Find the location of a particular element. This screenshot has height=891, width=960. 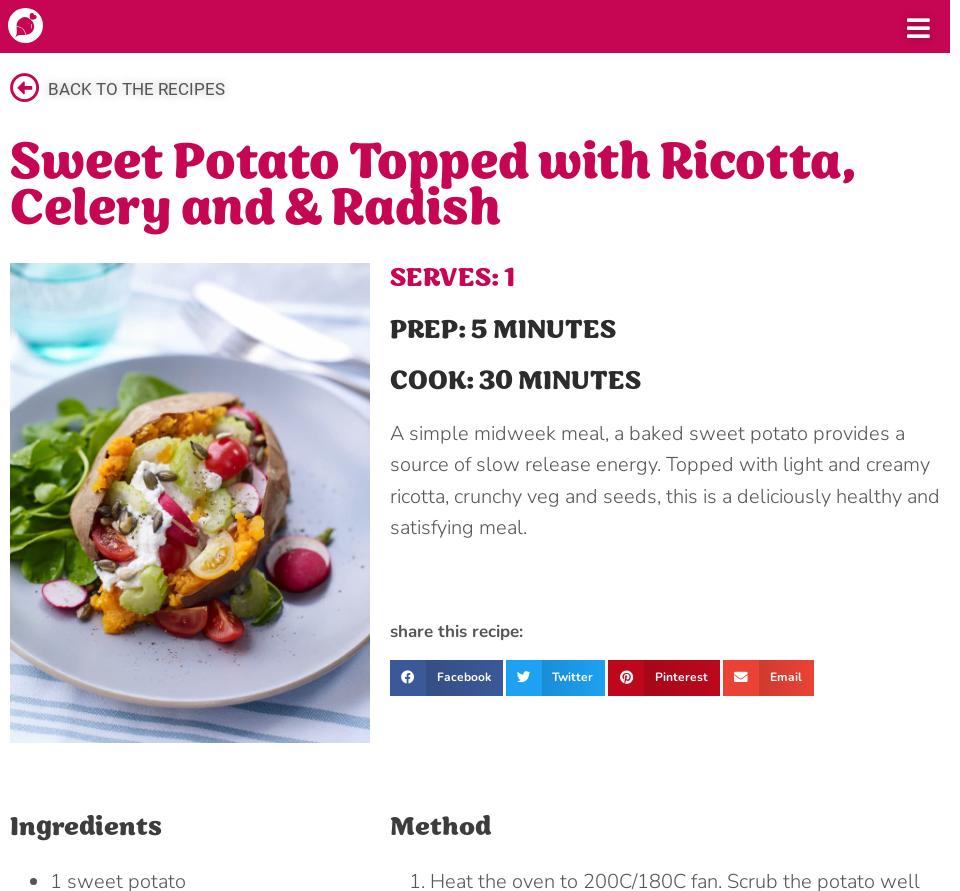

'COOK: 30 minutes' is located at coordinates (513, 381).